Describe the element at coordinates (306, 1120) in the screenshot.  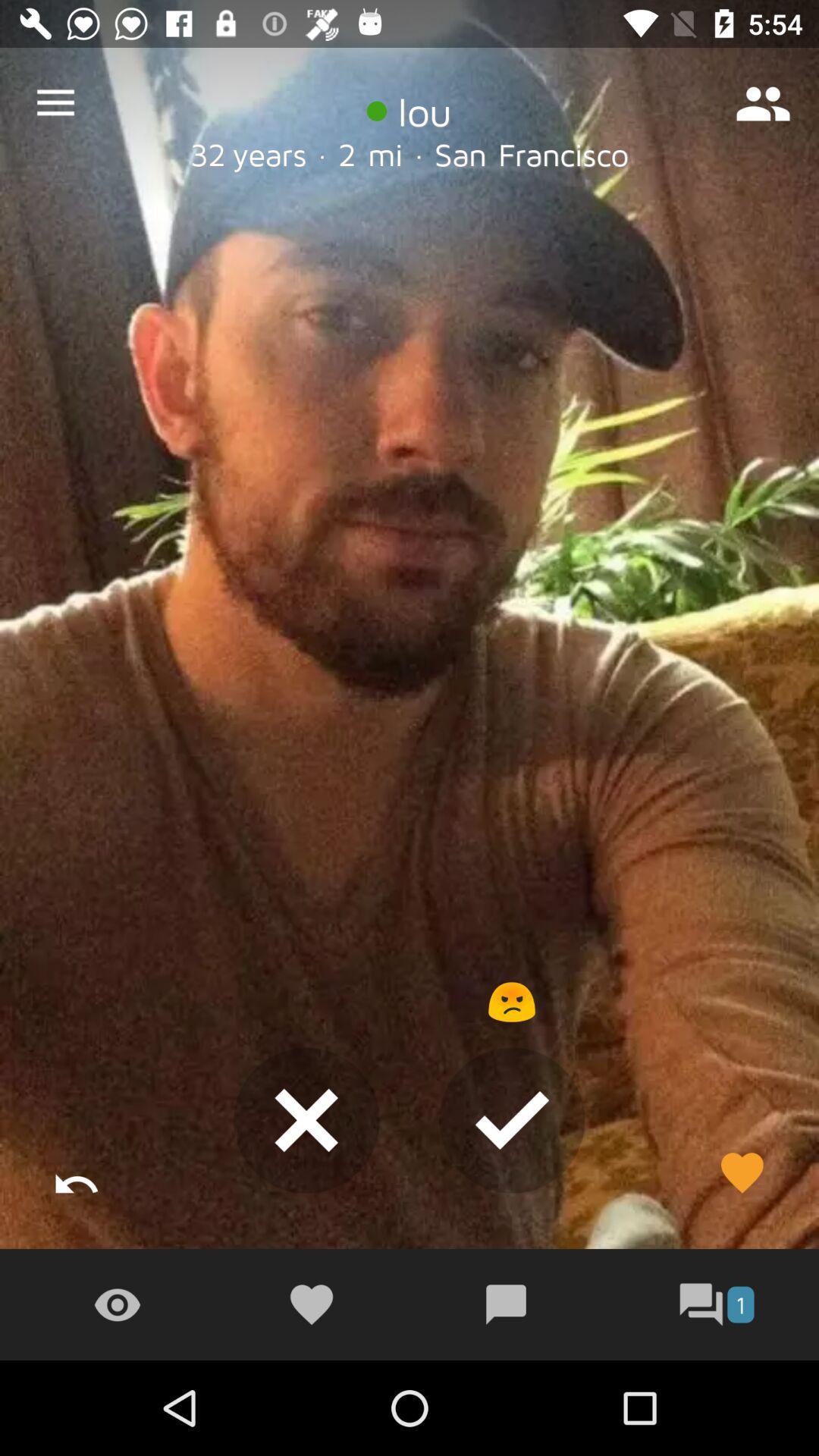
I see `the close icon` at that location.